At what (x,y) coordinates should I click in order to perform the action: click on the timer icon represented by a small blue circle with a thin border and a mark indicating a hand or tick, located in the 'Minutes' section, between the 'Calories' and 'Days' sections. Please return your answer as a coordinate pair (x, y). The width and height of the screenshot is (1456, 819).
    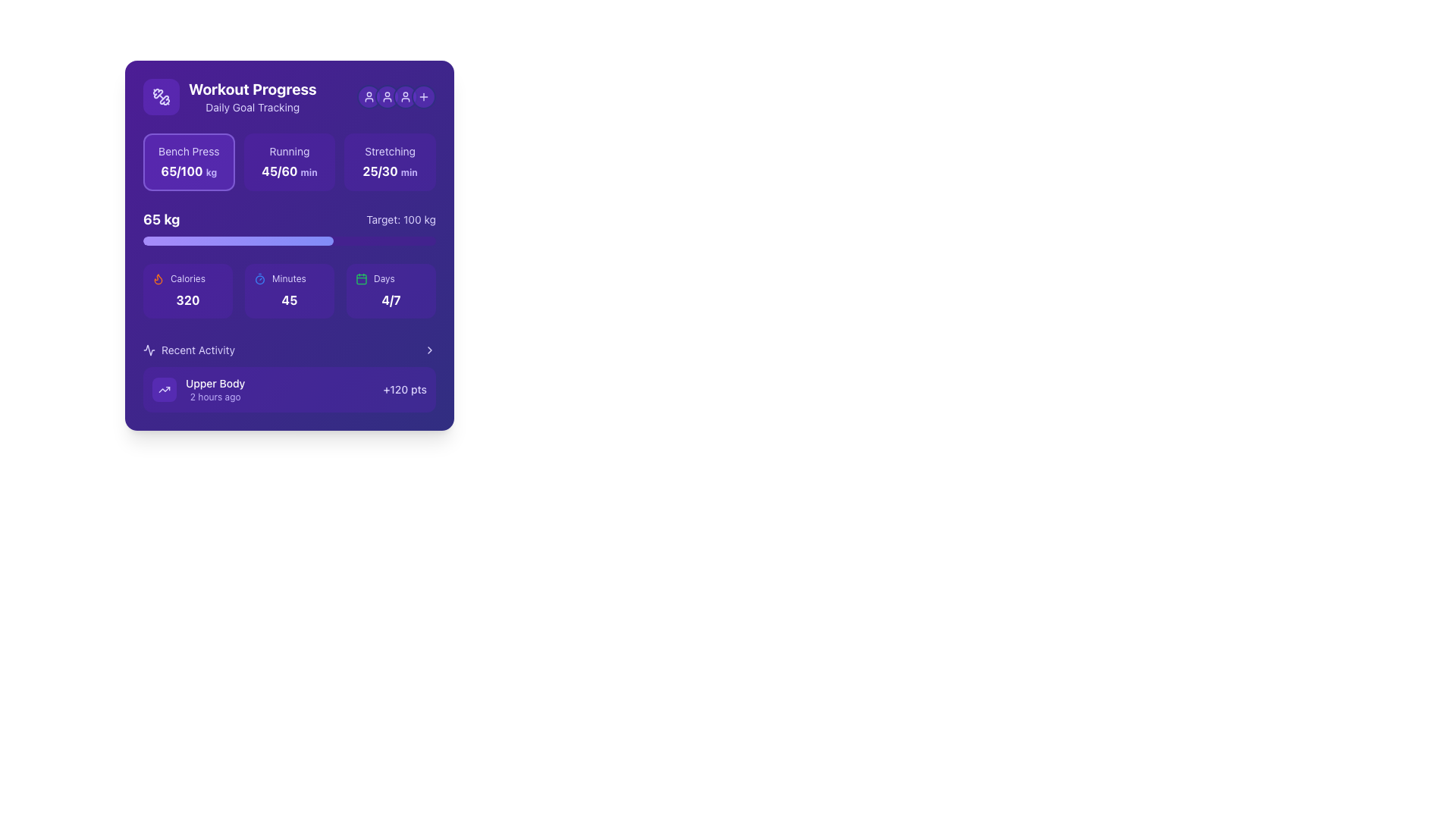
    Looking at the image, I should click on (259, 278).